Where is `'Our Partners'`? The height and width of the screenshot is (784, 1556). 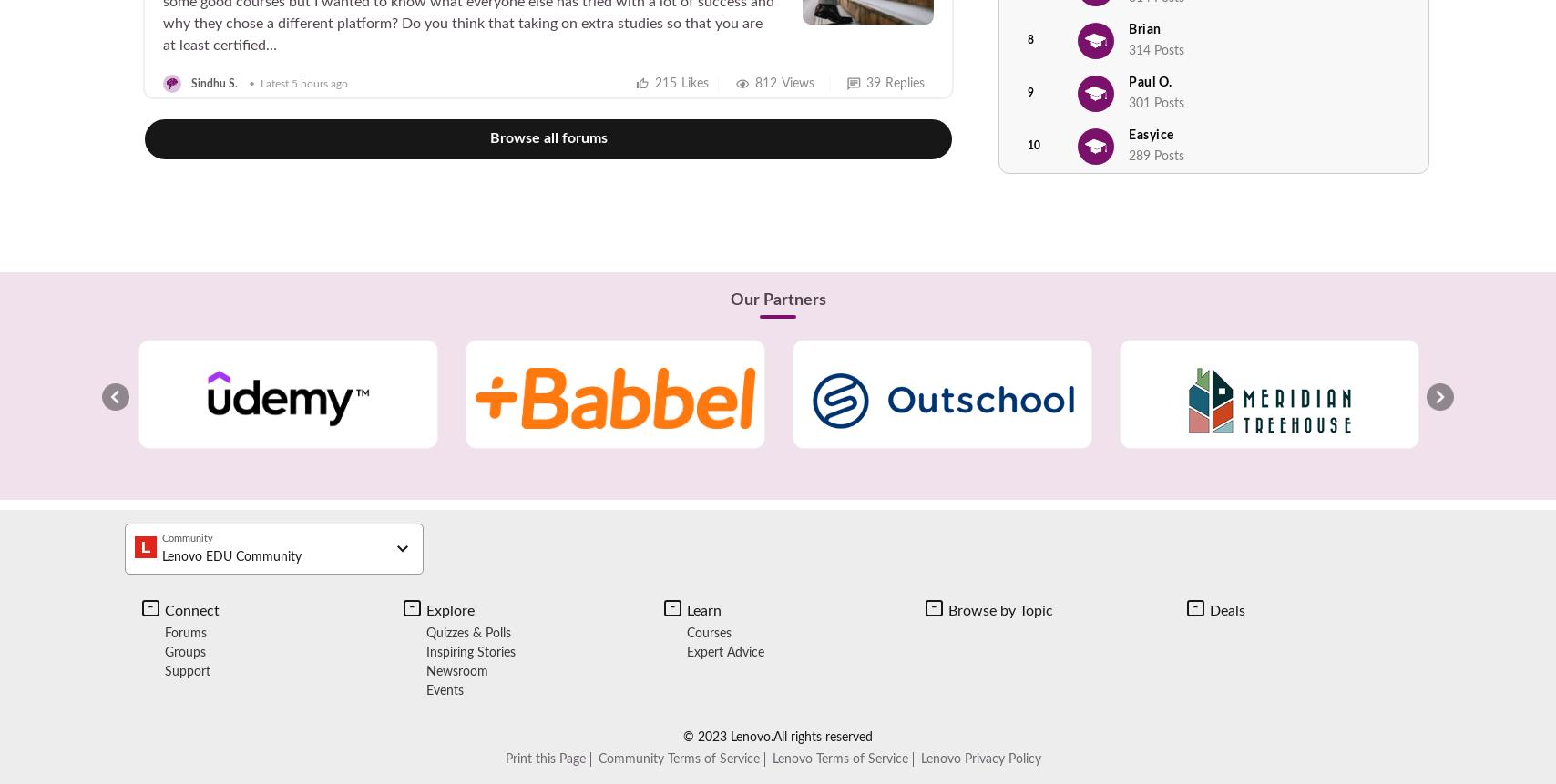
'Our Partners' is located at coordinates (730, 300).